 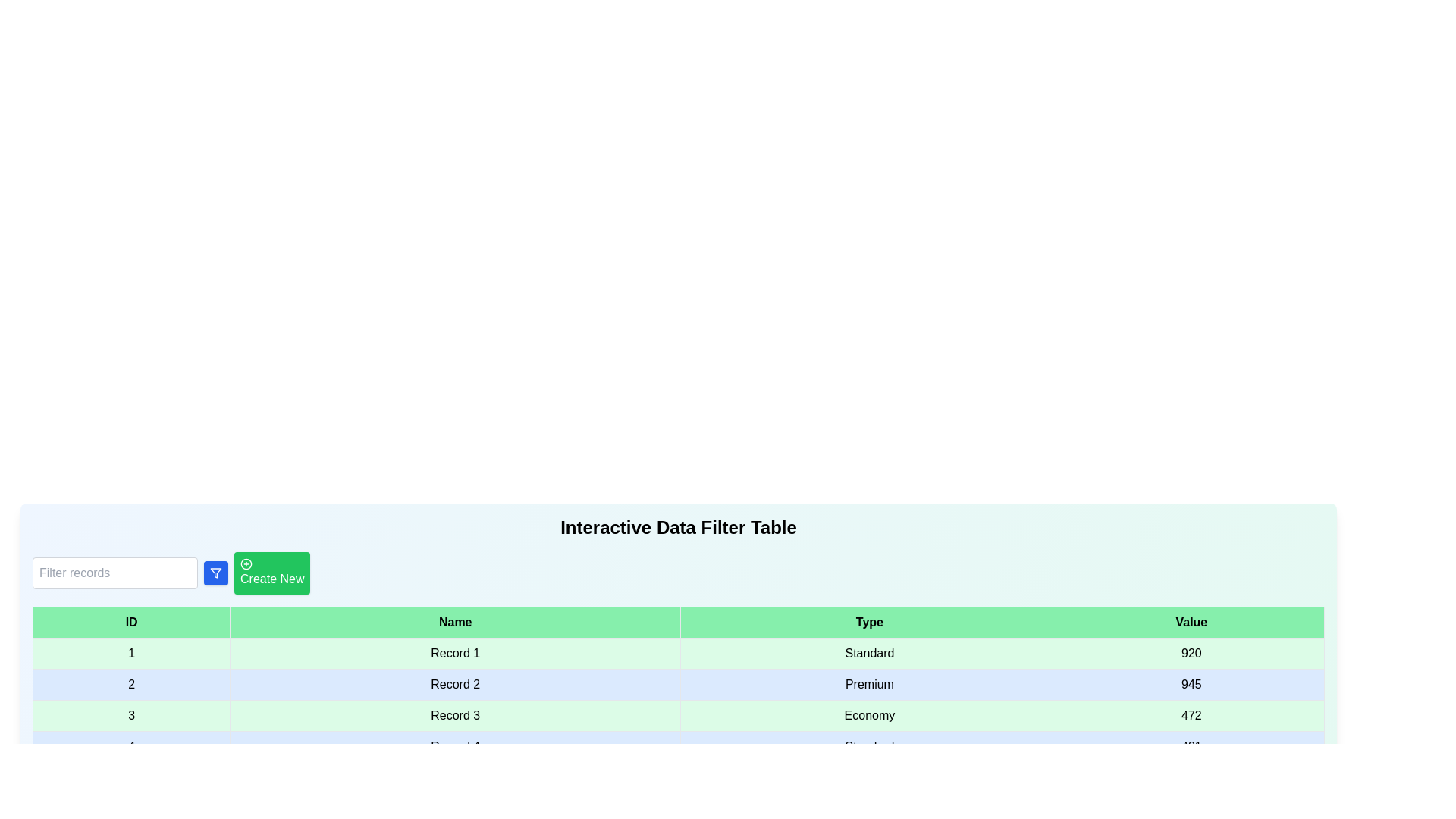 I want to click on the column header ID to sort the table by that column, so click(x=131, y=623).